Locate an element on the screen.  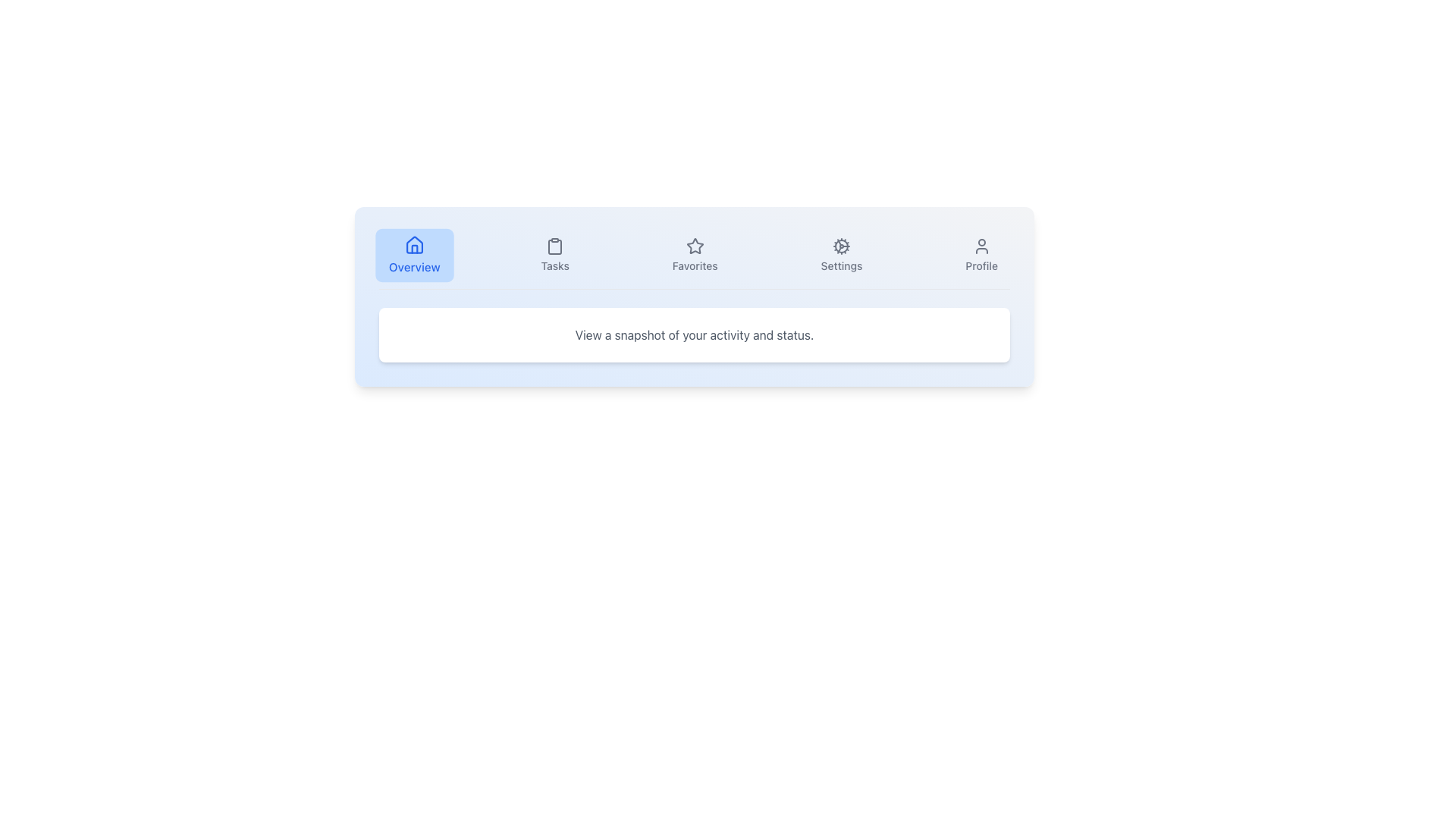
the user icon SVG element located within the 'Profile' button, which is the fifth button from the left in the top navigation bar is located at coordinates (981, 245).